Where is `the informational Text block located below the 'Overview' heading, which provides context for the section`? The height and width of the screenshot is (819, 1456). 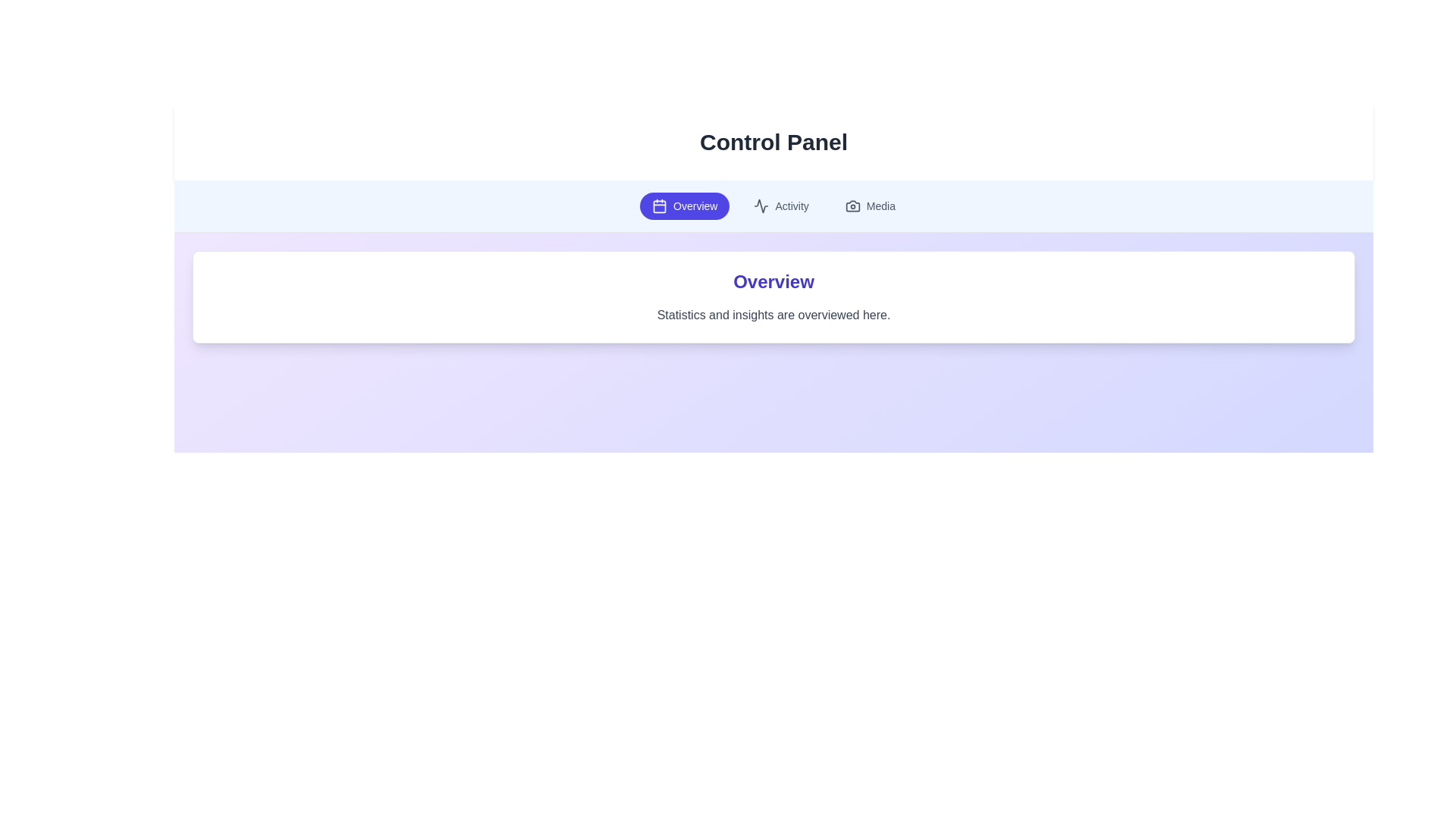
the informational Text block located below the 'Overview' heading, which provides context for the section is located at coordinates (773, 315).